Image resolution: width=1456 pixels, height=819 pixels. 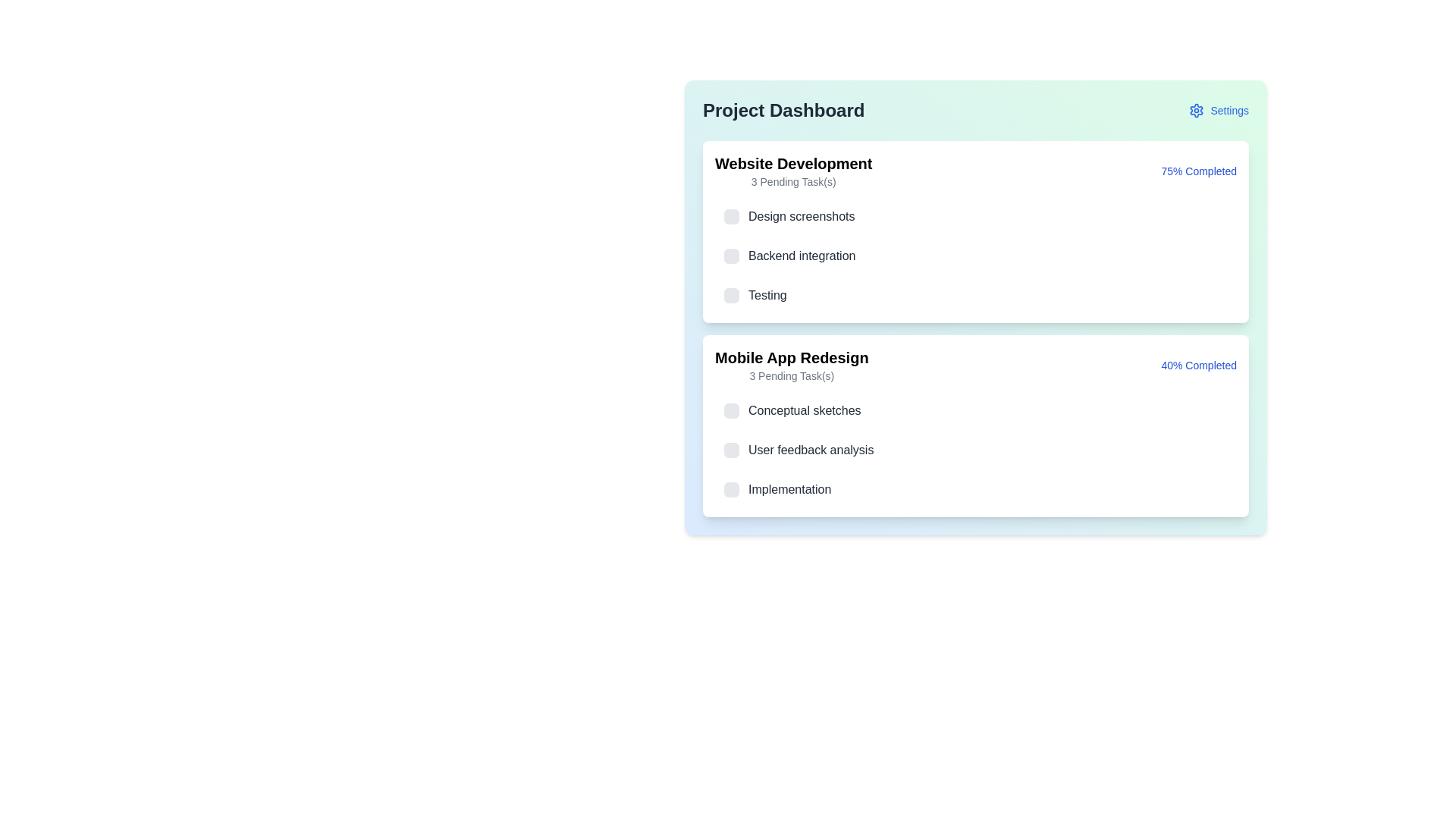 I want to click on the text label located in the top-right corner of the interface, next to the gear icon, so click(x=1229, y=110).